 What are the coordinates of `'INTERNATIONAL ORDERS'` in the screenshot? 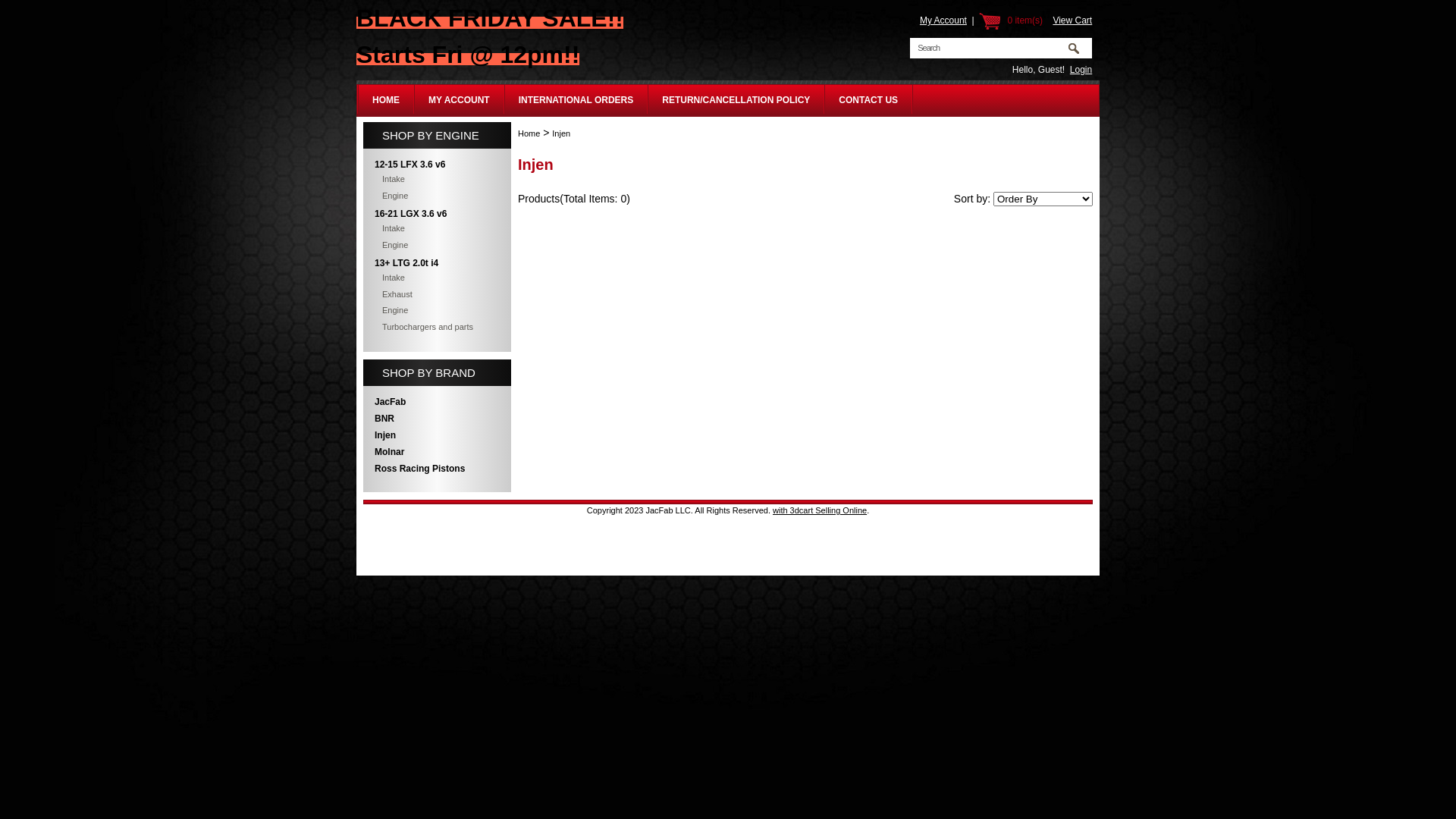 It's located at (575, 99).